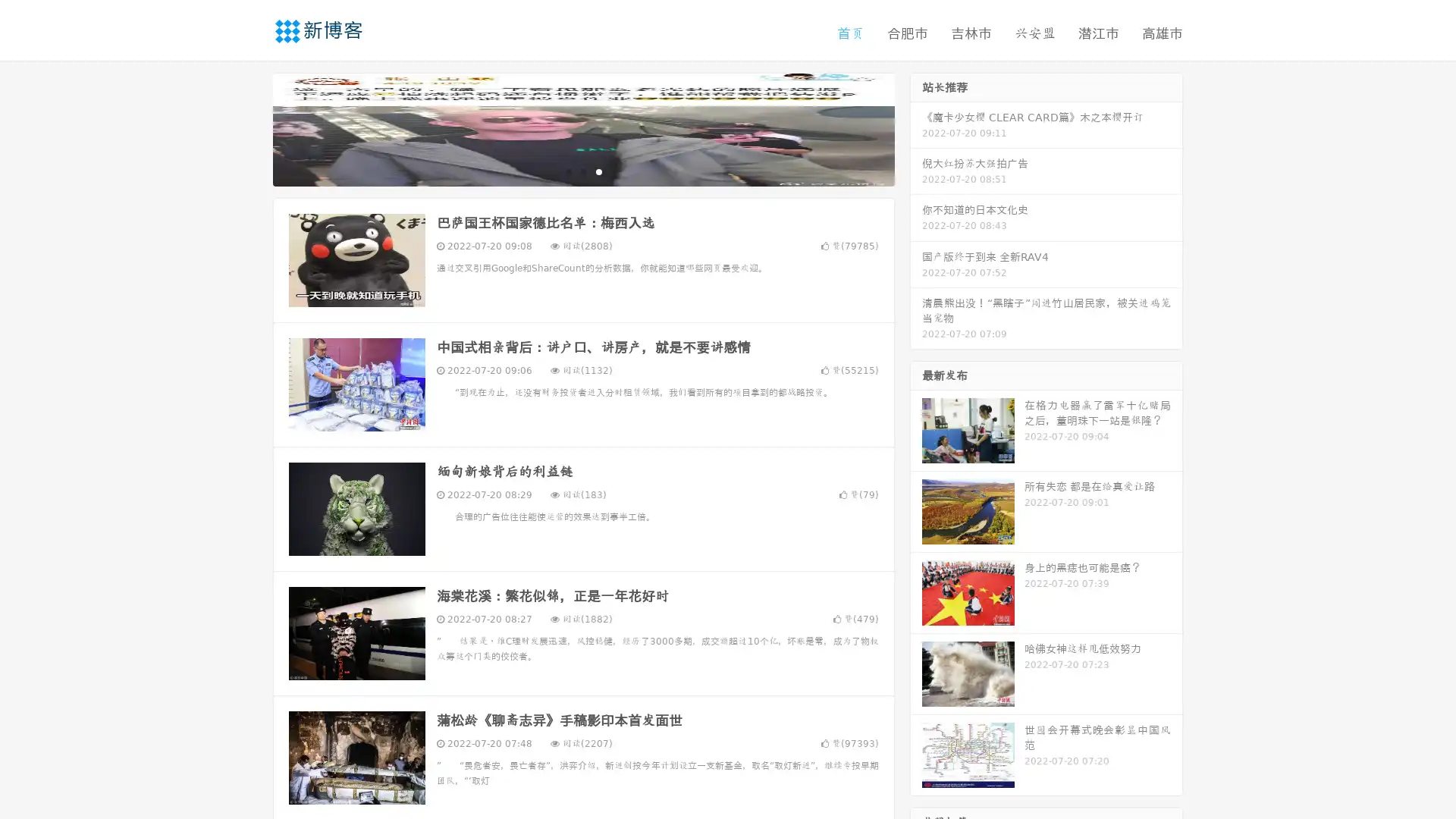  I want to click on Go to slide 3, so click(598, 171).